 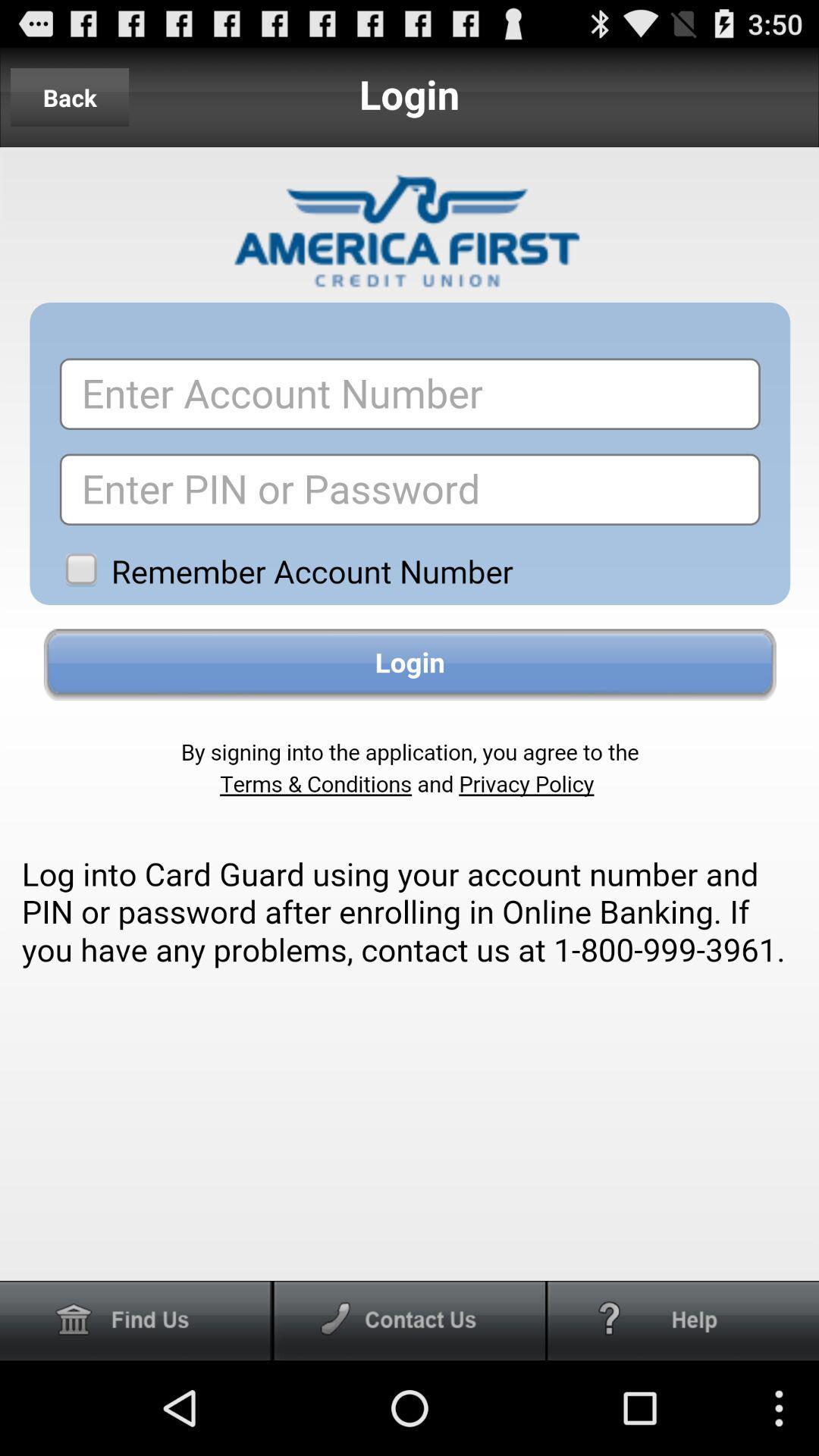 What do you see at coordinates (409, 1319) in the screenshot?
I see `call the option` at bounding box center [409, 1319].